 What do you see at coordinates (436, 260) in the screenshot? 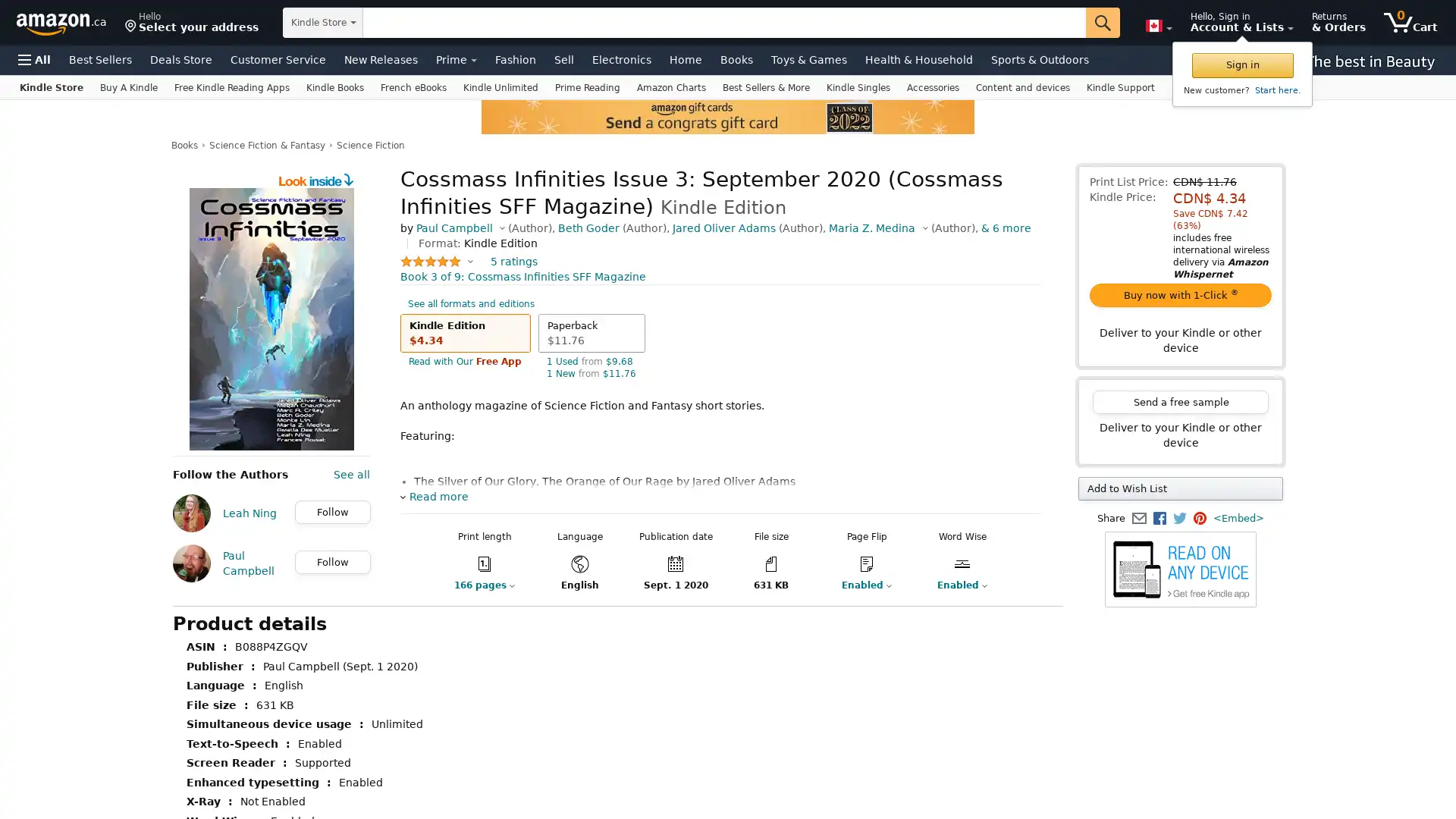
I see `5.0 out of 5 stars` at bounding box center [436, 260].